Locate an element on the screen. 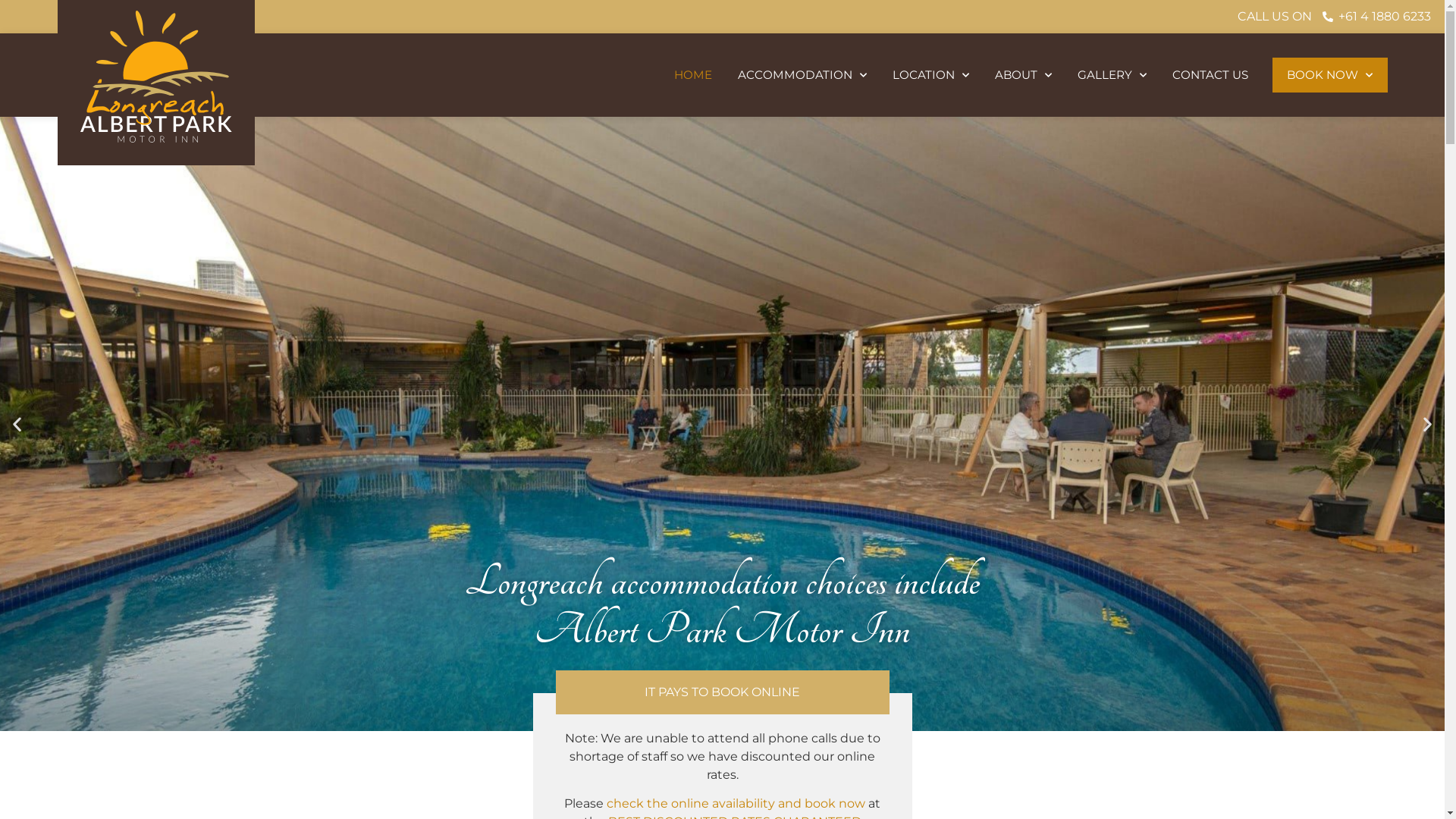 The height and width of the screenshot is (819, 1456). 'BOOK NOW' is located at coordinates (1272, 75).